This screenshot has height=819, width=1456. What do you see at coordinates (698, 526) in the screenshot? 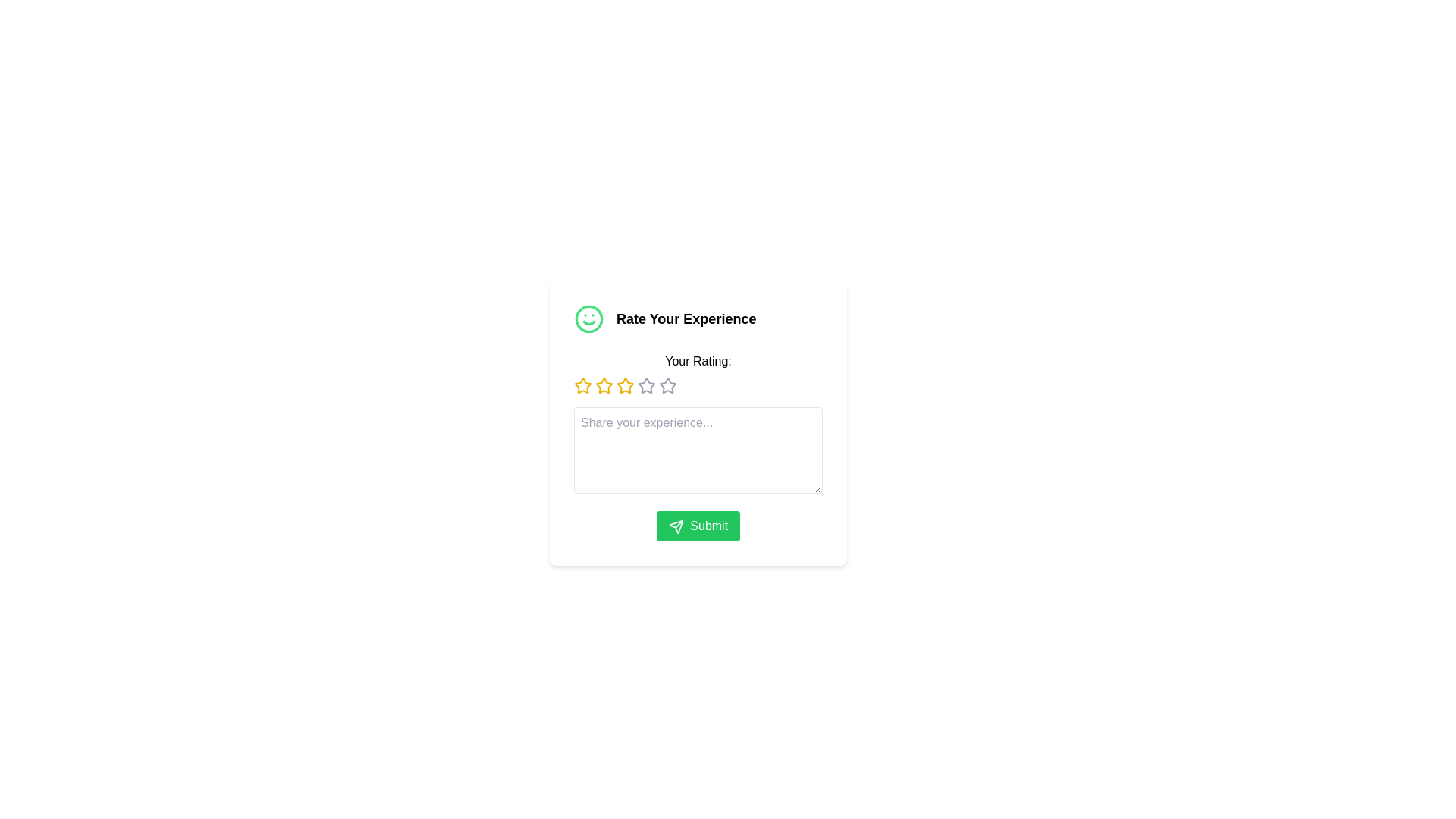
I see `the 'Submit' button with a green background and white text located at the bottom-center of the feedback form` at bounding box center [698, 526].